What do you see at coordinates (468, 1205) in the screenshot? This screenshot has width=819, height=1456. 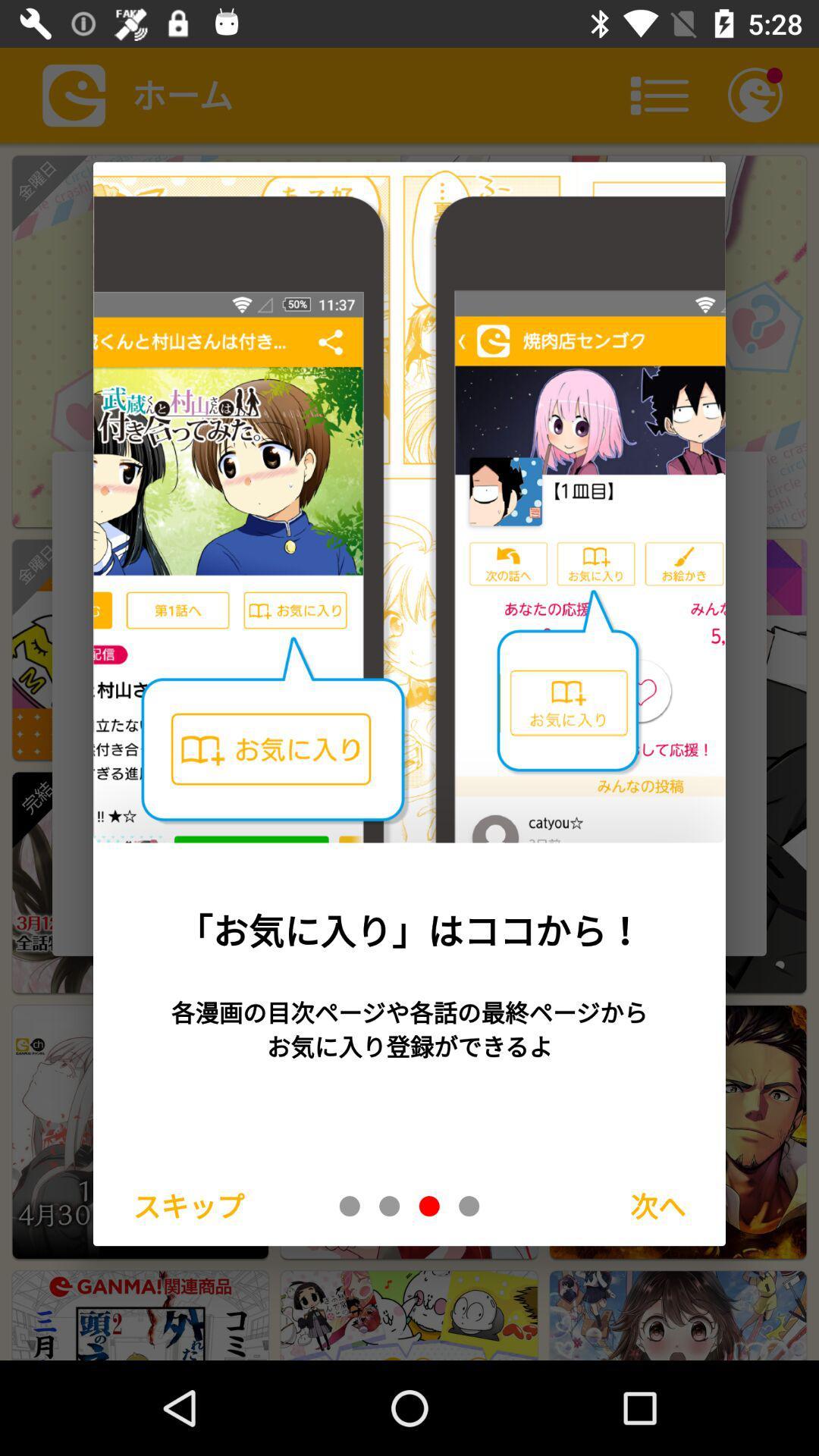 I see `next page` at bounding box center [468, 1205].